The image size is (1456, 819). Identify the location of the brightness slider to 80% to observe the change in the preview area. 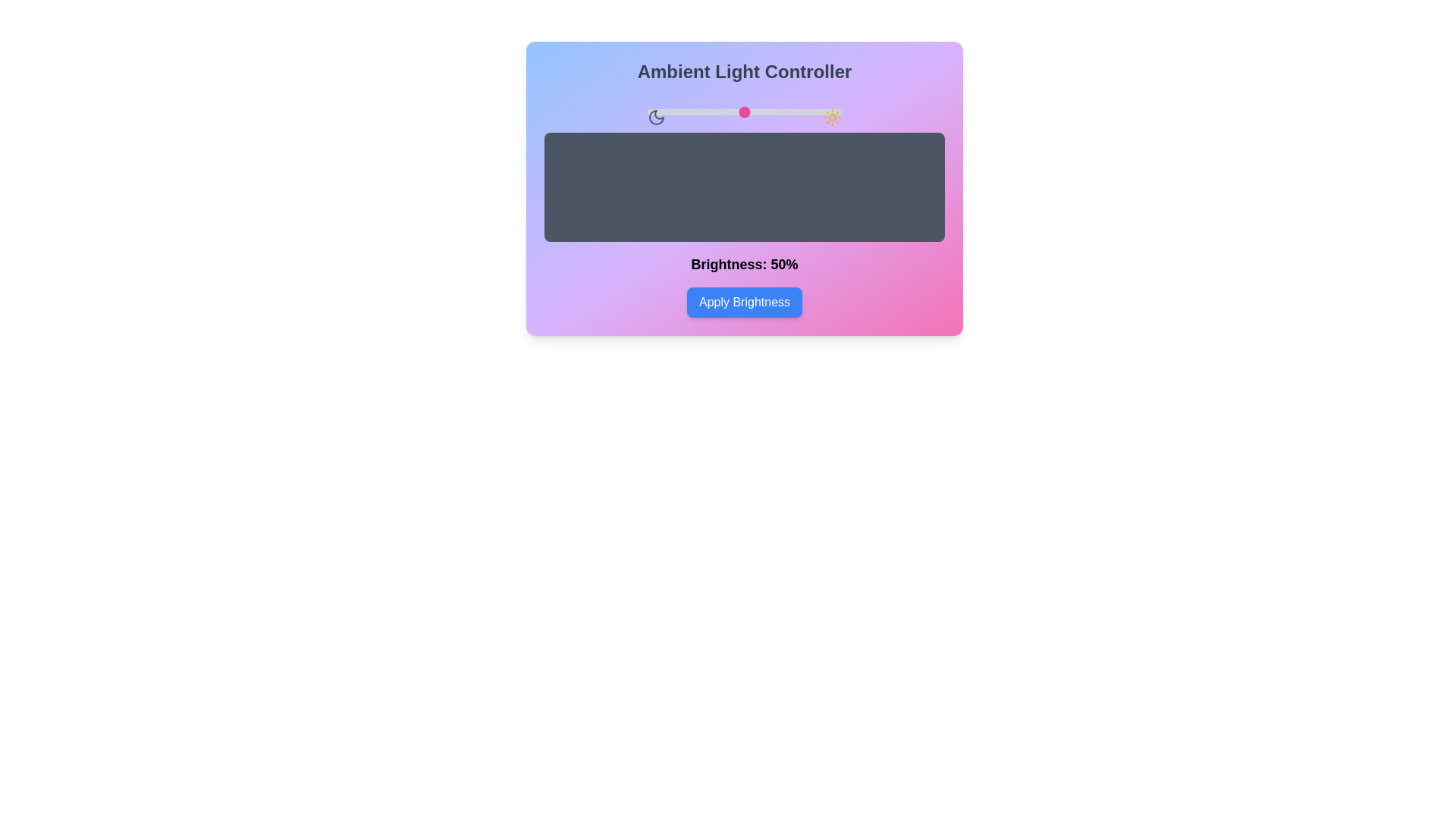
(802, 111).